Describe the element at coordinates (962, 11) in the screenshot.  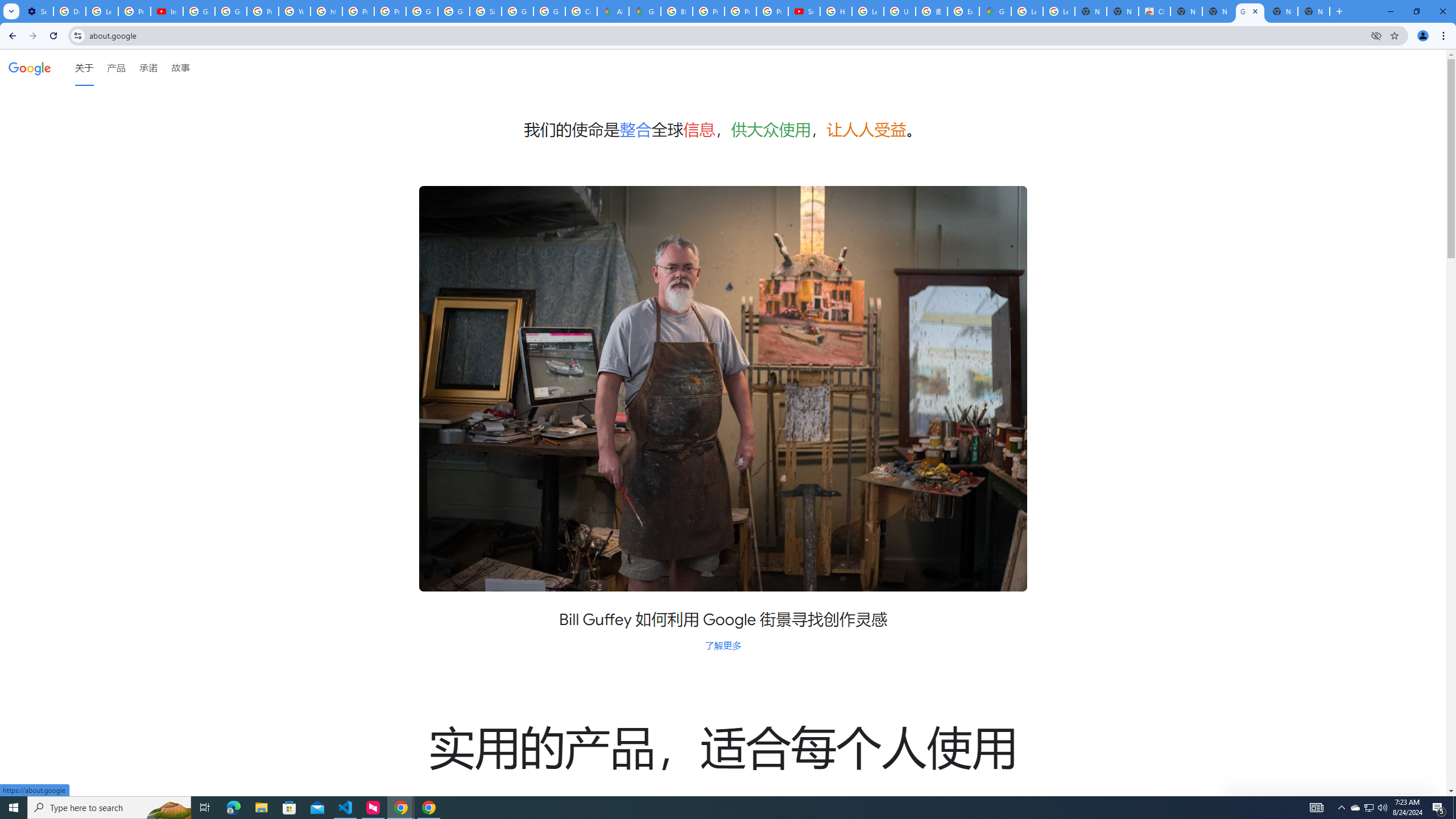
I see `'Explore new street-level details - Google Maps Help'` at that location.